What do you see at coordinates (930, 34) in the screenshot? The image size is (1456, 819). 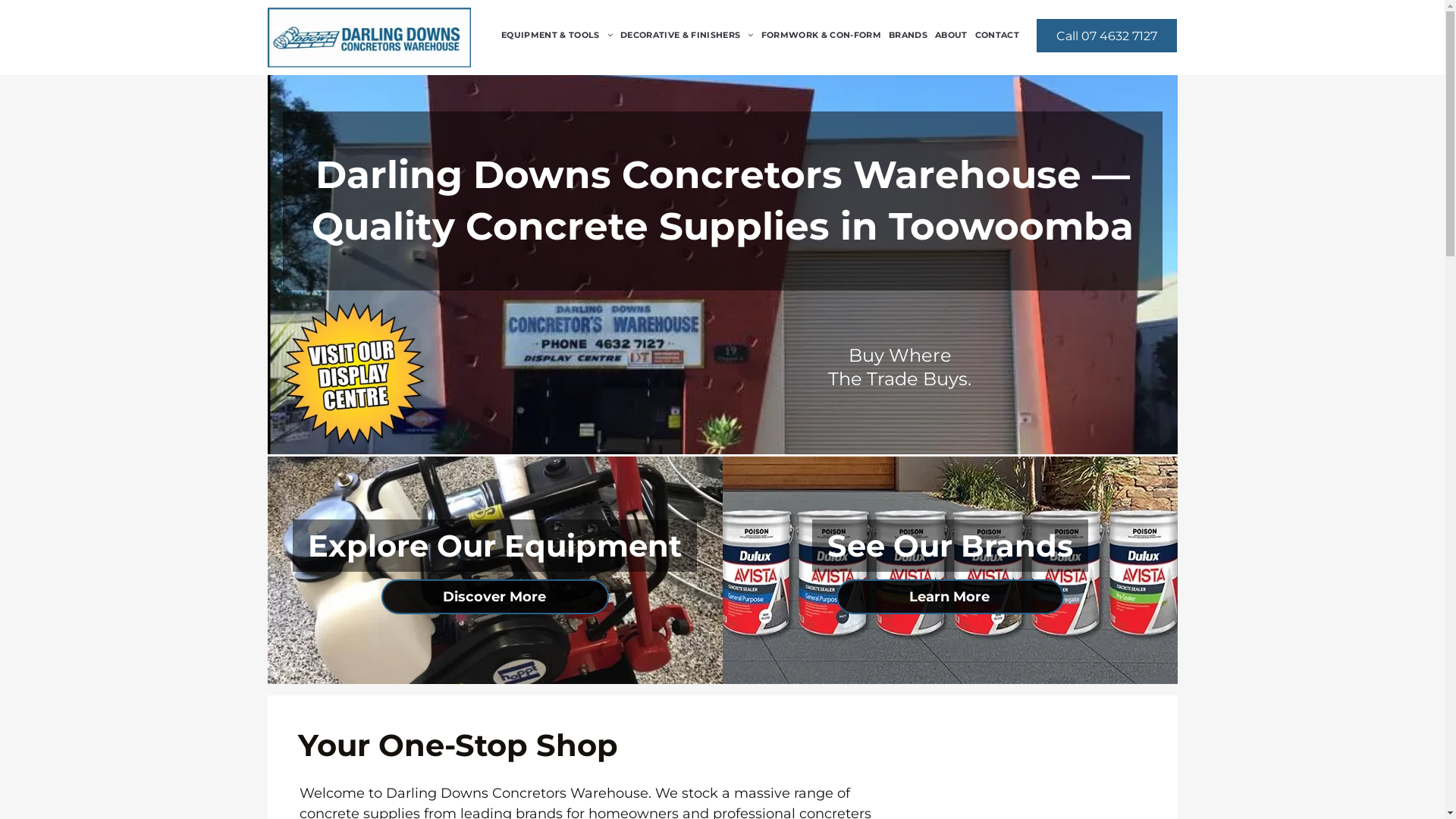 I see `'ABOUT'` at bounding box center [930, 34].